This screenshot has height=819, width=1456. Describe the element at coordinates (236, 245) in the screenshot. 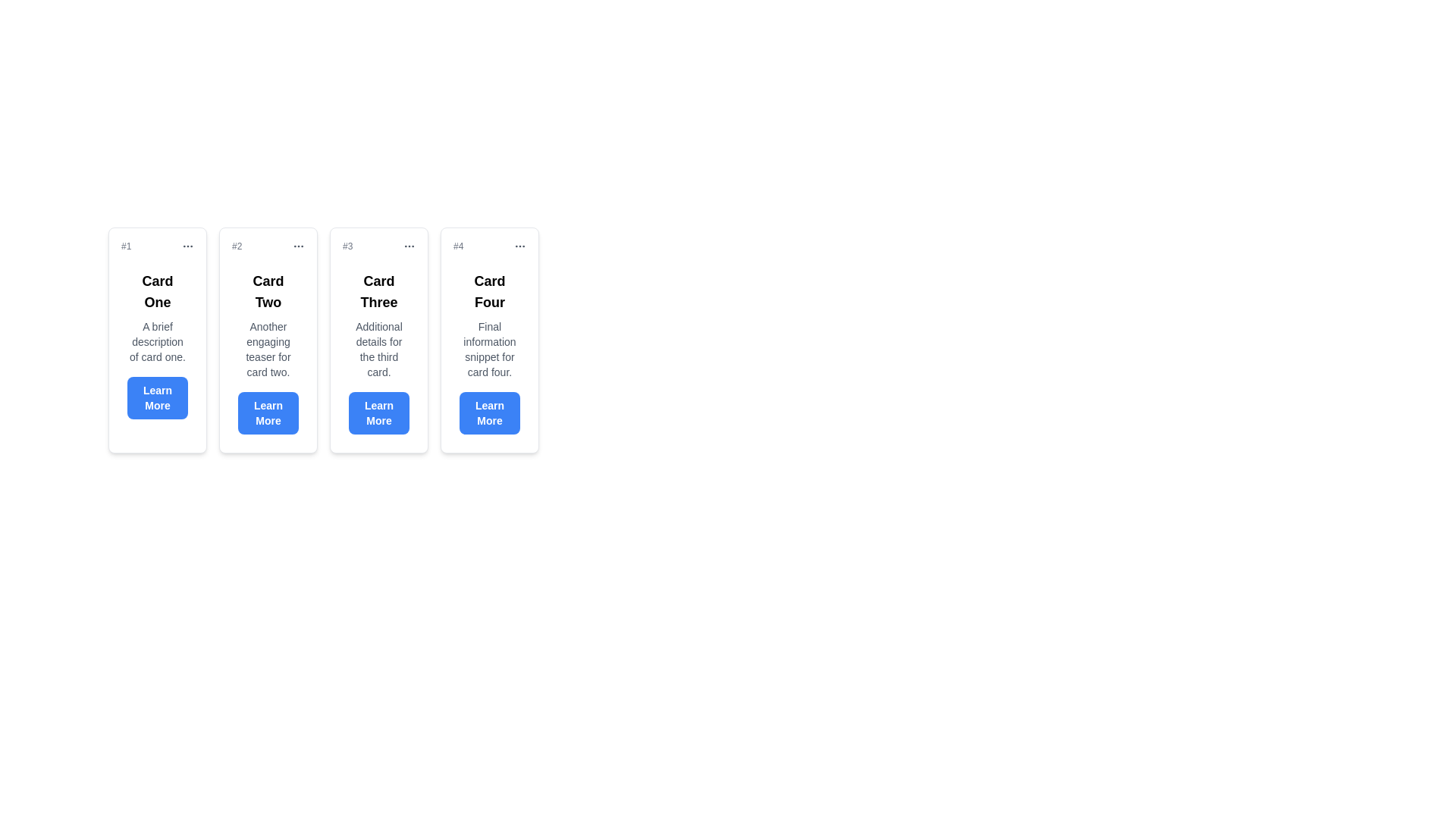

I see `the informational text label that identifies the card by its sequence number (e.g., '#2') located in the upper-left section of the second card, adjacent to the ellipsis icon` at that location.